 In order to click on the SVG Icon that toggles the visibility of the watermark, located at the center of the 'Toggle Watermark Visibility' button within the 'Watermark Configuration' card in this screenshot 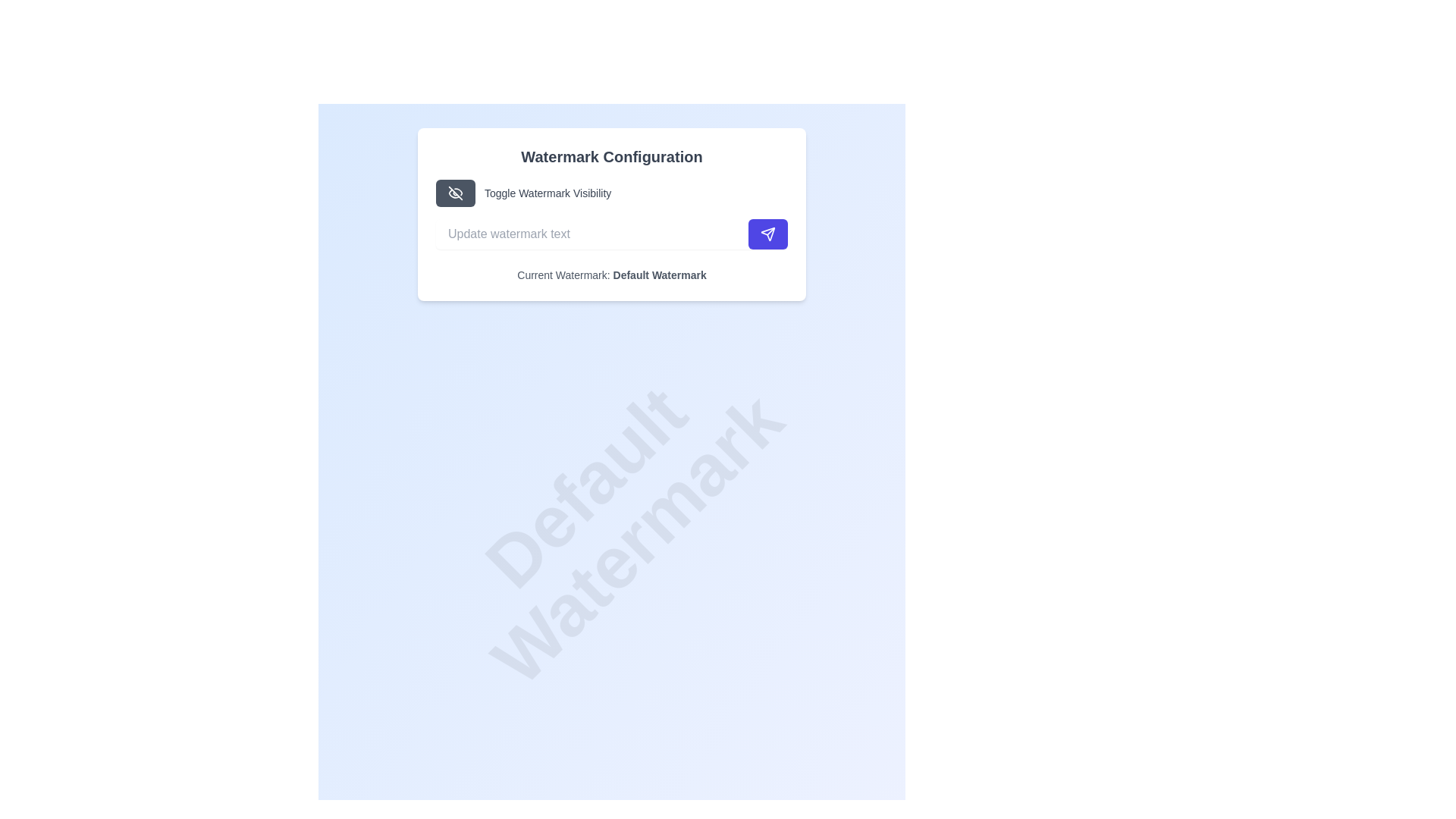, I will do `click(454, 192)`.